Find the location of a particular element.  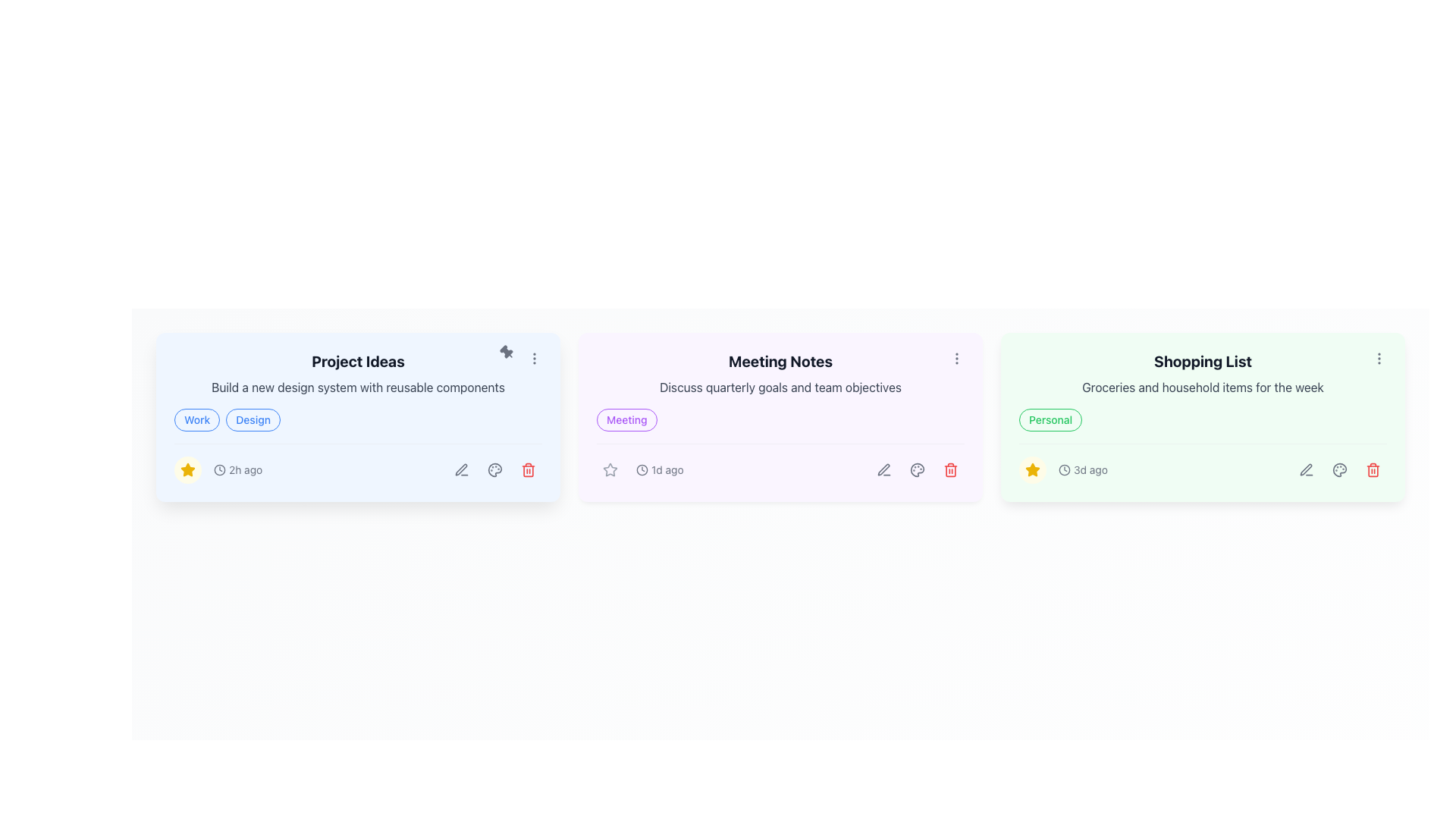

the pin-shaped icon button in gray color located in the upper-right corner of the 'Project Ideas' card is located at coordinates (507, 353).